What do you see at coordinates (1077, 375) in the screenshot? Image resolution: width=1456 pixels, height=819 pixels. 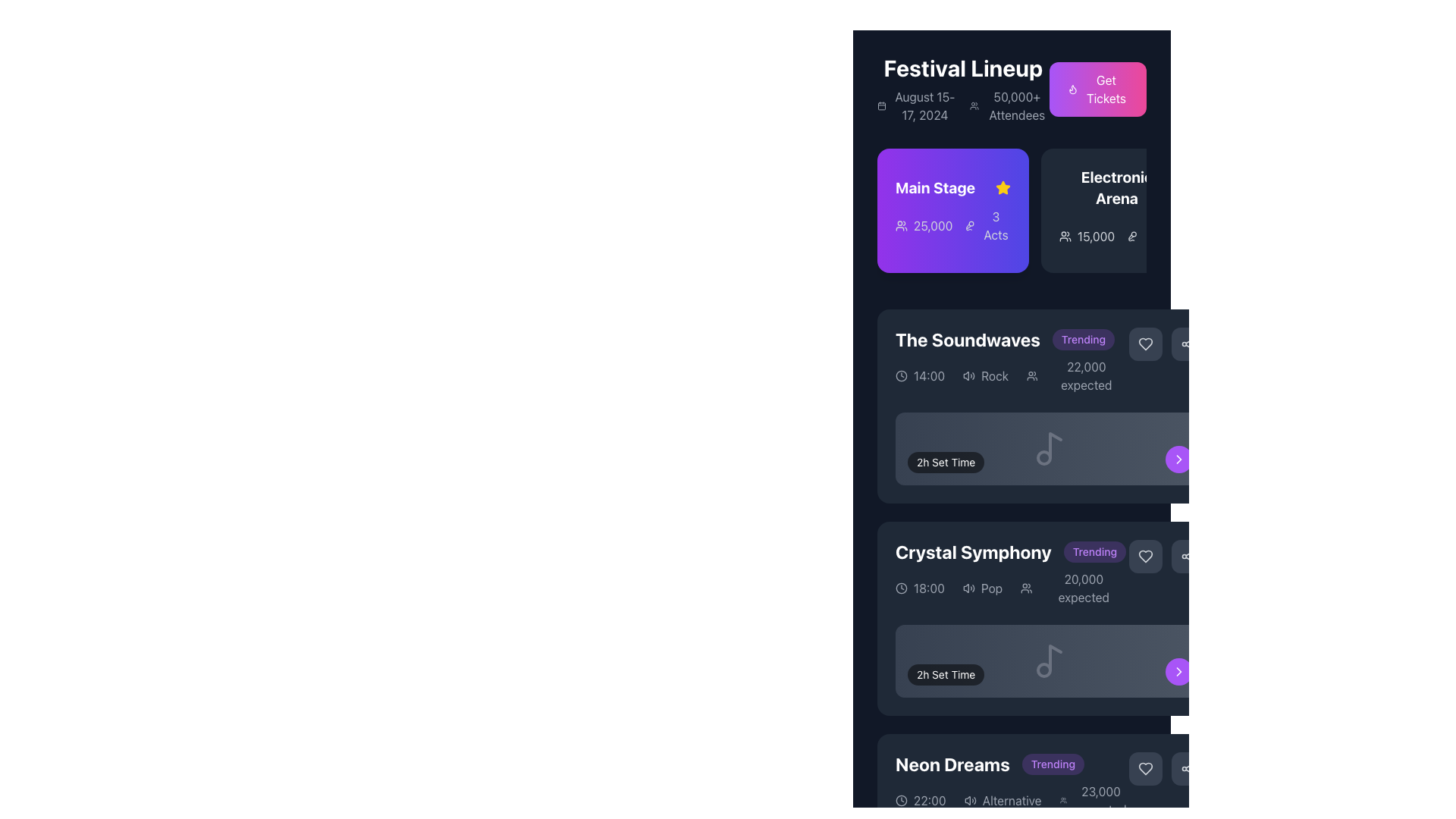 I see `text label displaying the anticipated attendance ('22,000 expected') for 'The Soundwaves' event, which is aligned with its associated icon` at bounding box center [1077, 375].